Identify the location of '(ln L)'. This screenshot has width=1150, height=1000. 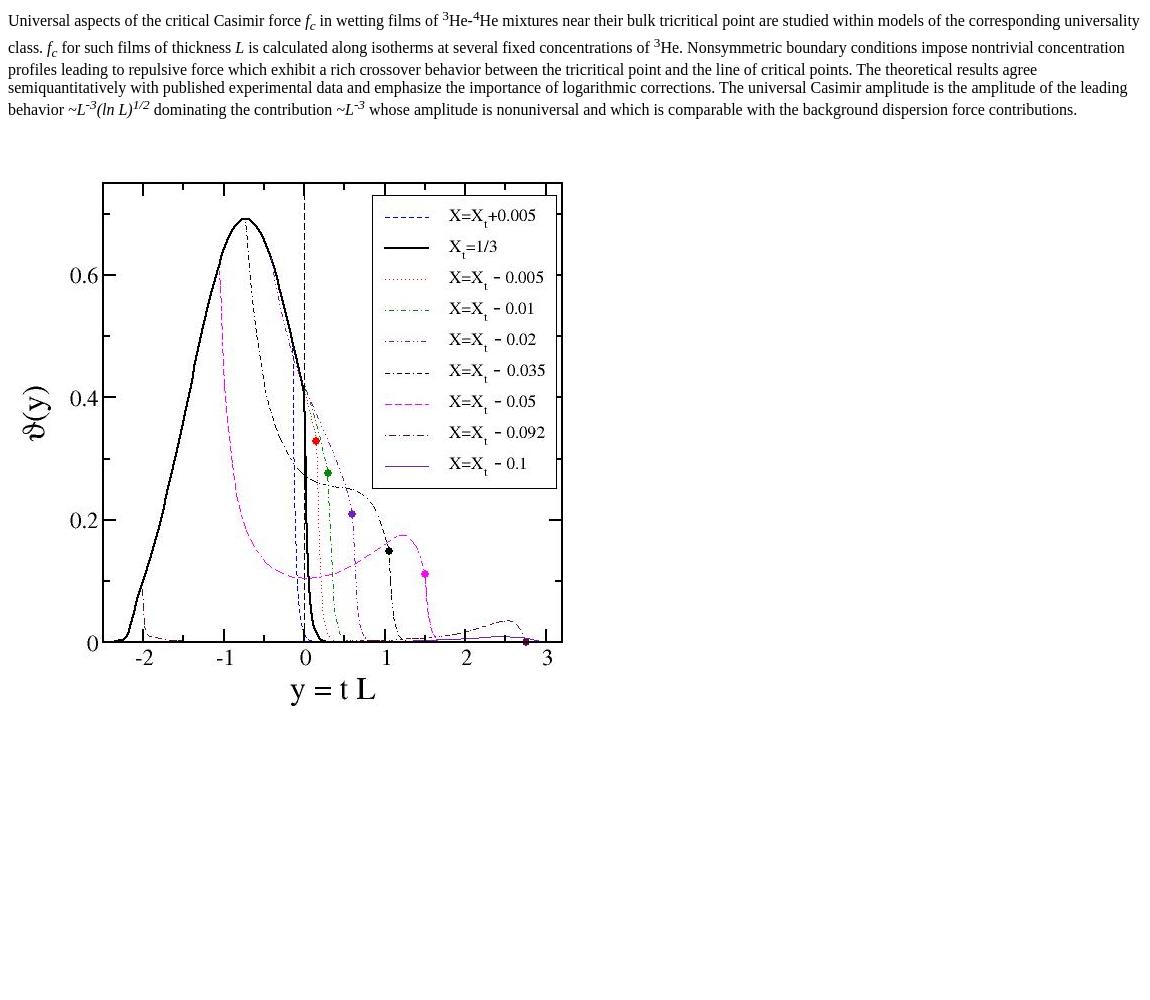
(112, 108).